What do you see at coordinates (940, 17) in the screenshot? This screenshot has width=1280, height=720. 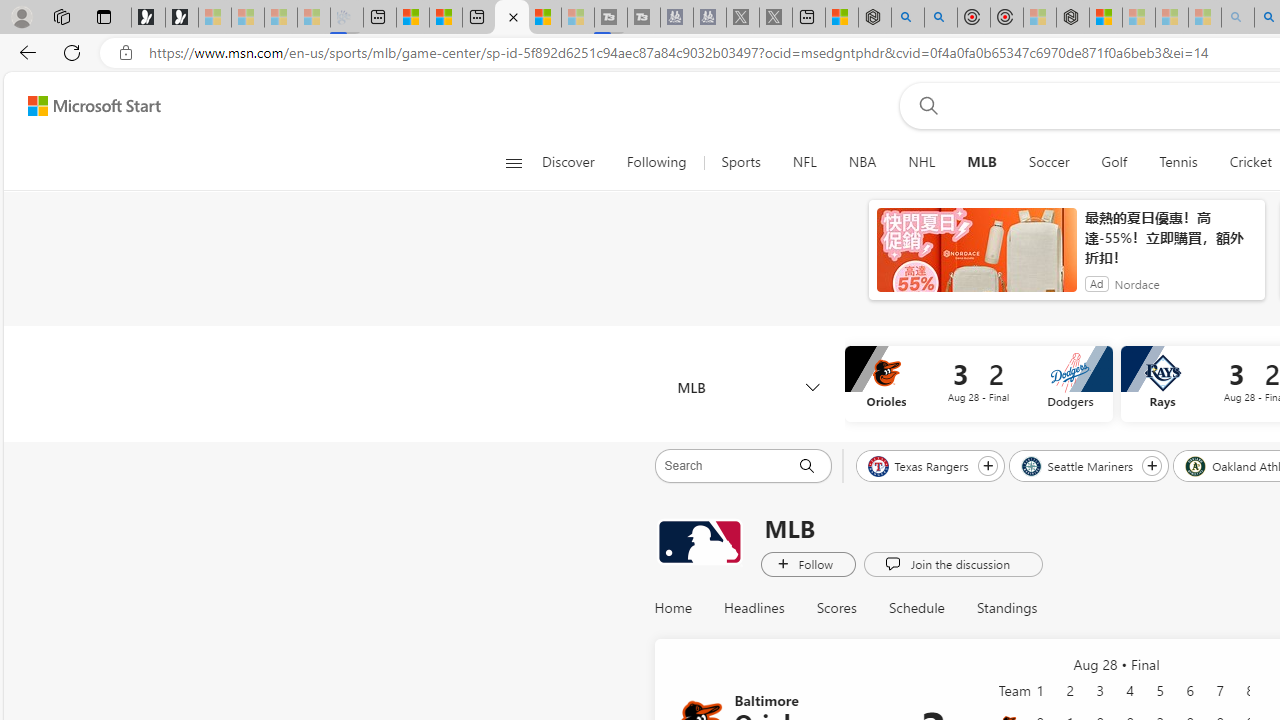 I see `'poe ++ standard - Search'` at bounding box center [940, 17].